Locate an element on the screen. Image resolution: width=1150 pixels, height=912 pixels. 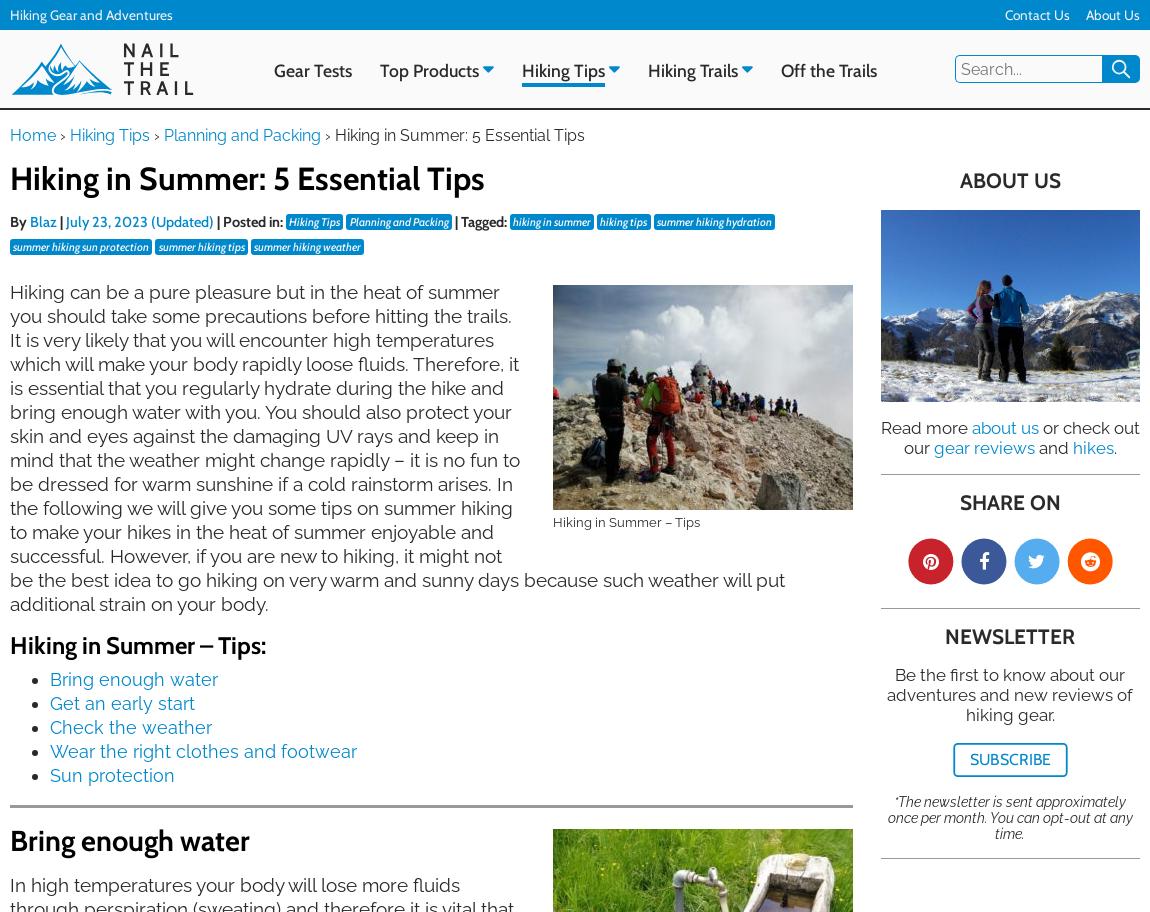
'Get an early start' is located at coordinates (49, 702).